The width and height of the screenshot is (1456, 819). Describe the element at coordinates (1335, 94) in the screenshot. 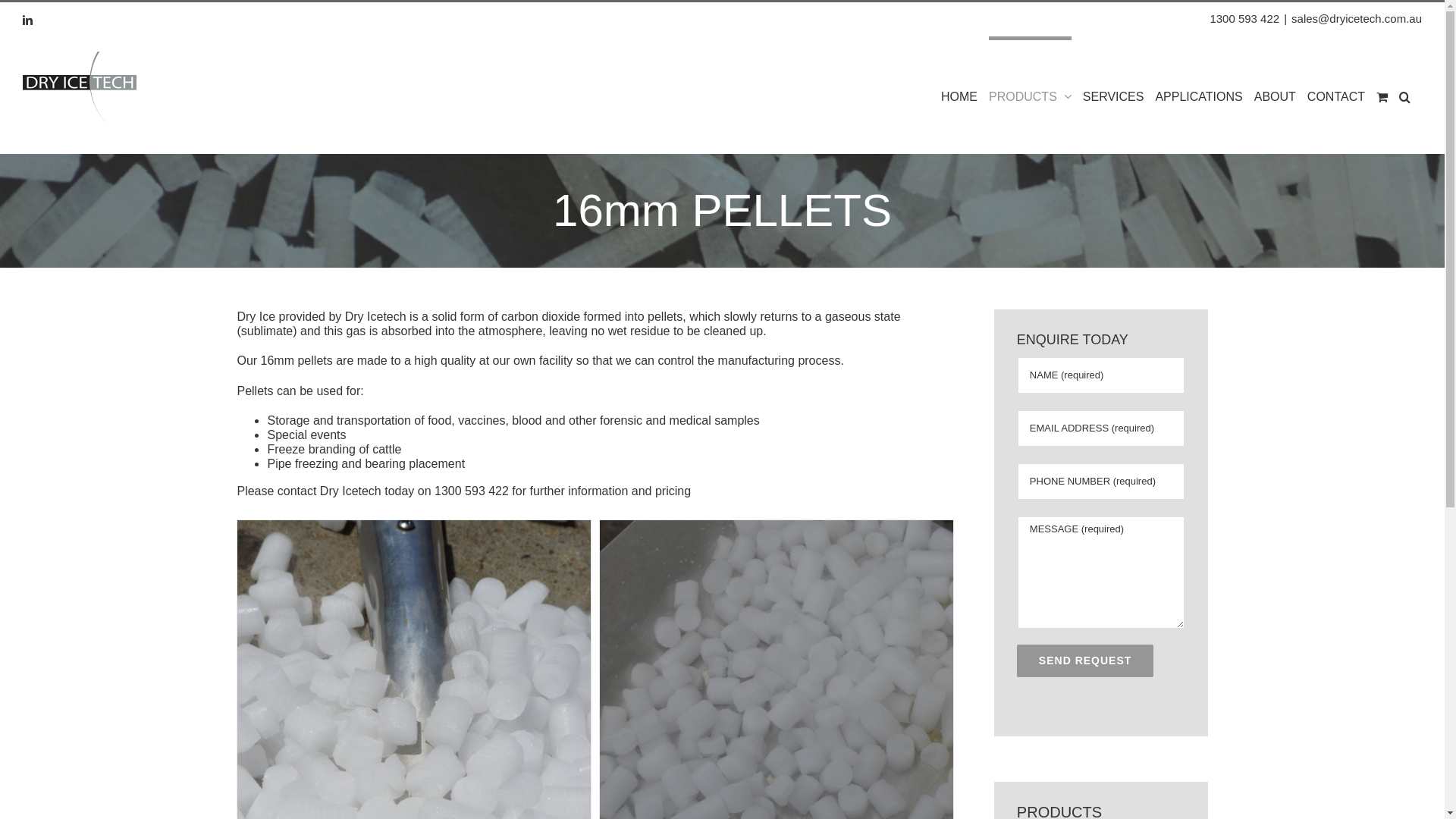

I see `'CONTACT'` at that location.